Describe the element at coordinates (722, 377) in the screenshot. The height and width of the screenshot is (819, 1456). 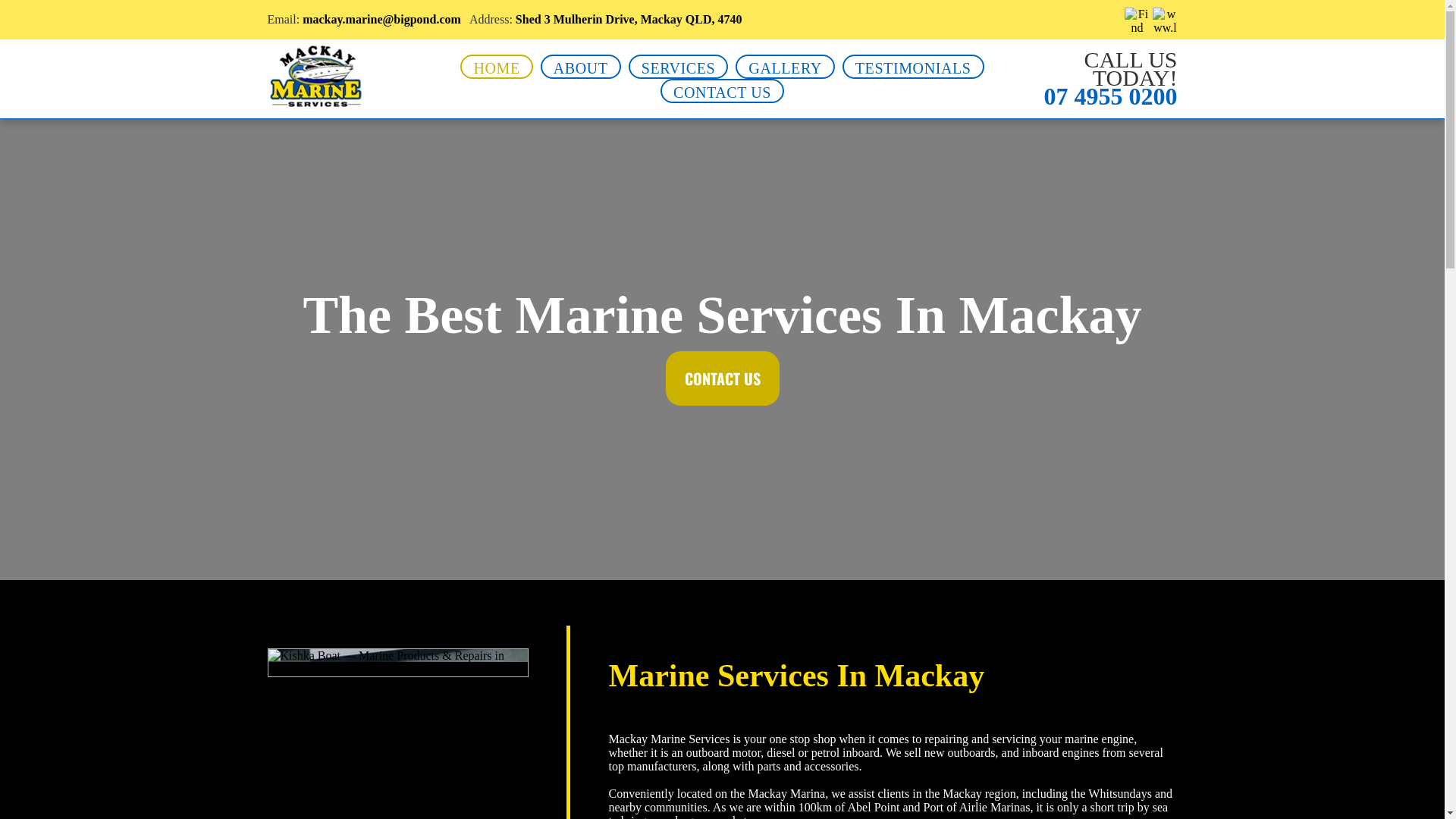
I see `'CONTACT US'` at that location.